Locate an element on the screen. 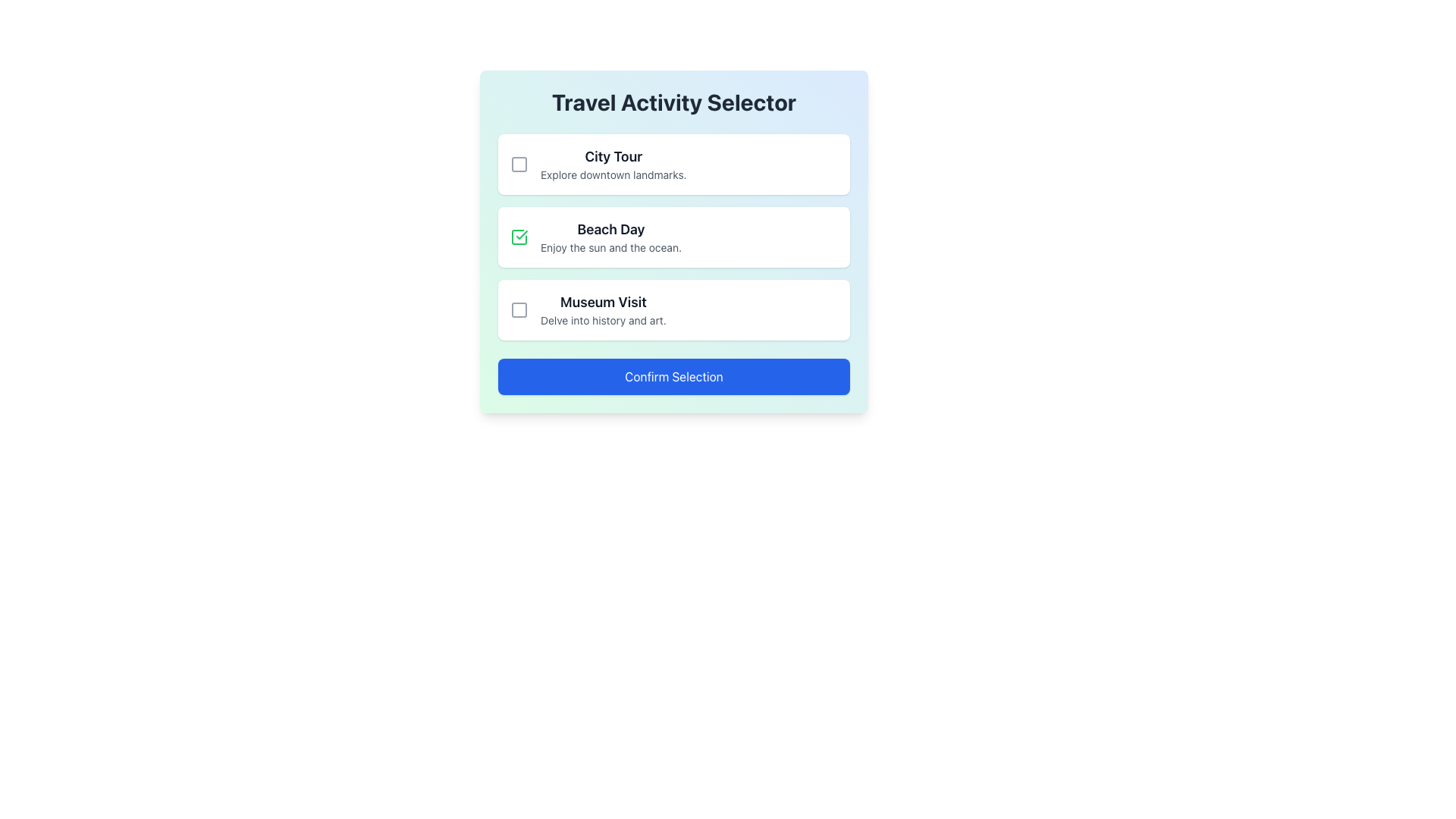 Image resolution: width=1456 pixels, height=819 pixels. the static text element that serves as the title for the museum visit option, located in the third option box beneath 'Beach Day' is located at coordinates (602, 302).